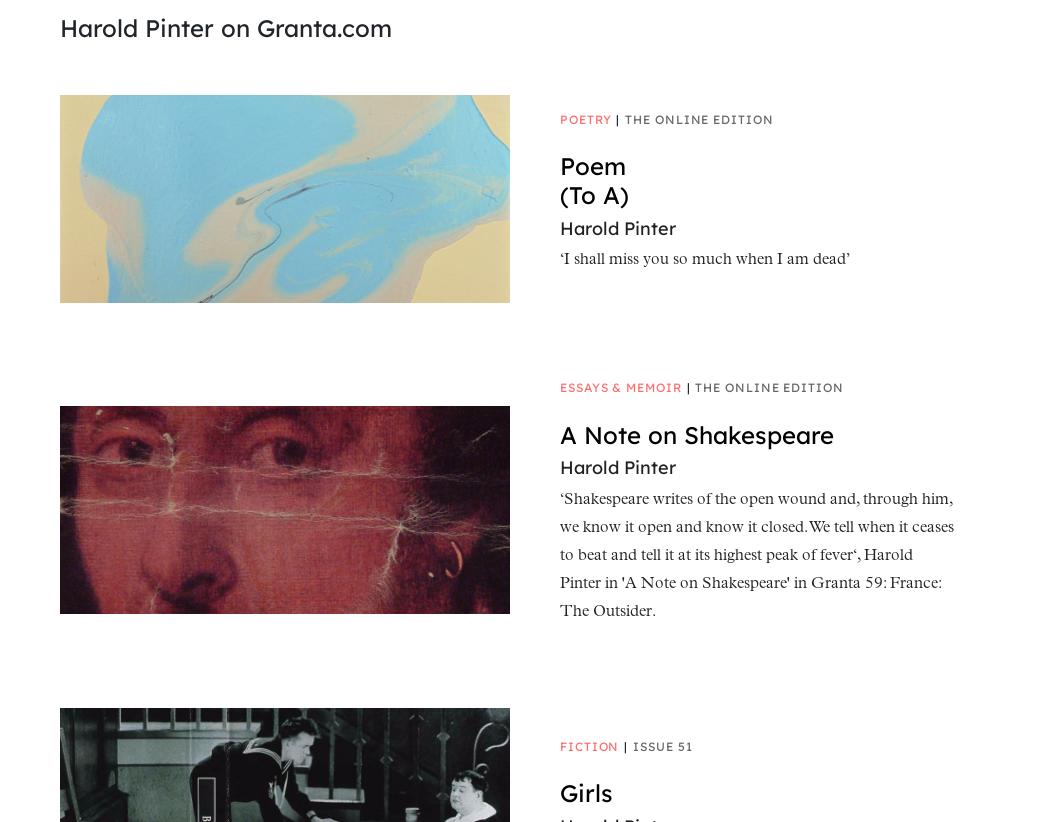 The width and height of the screenshot is (1050, 822). What do you see at coordinates (696, 433) in the screenshot?
I see `'A Note on Shakespeare'` at bounding box center [696, 433].